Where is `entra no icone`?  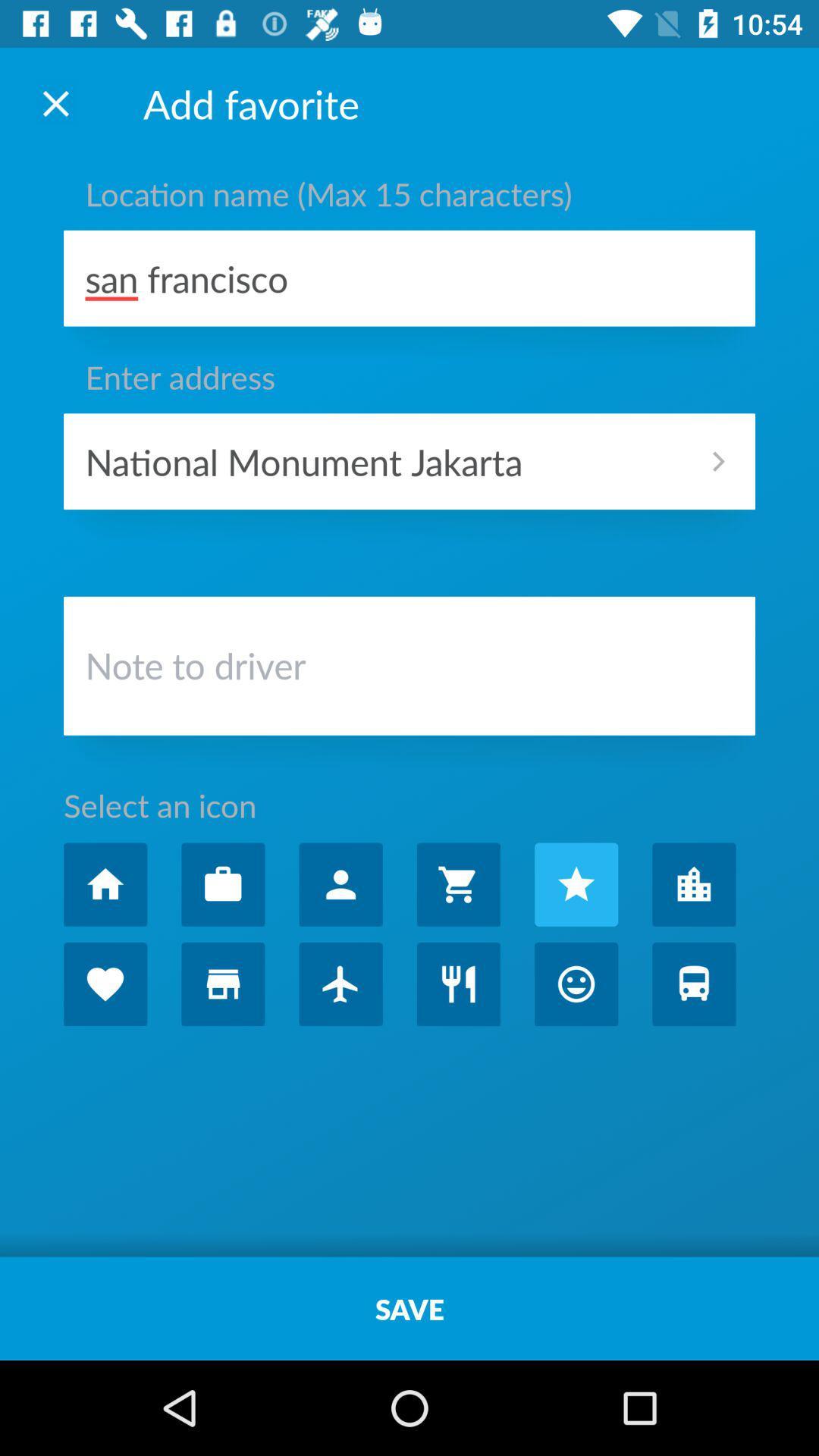 entra no icone is located at coordinates (694, 884).